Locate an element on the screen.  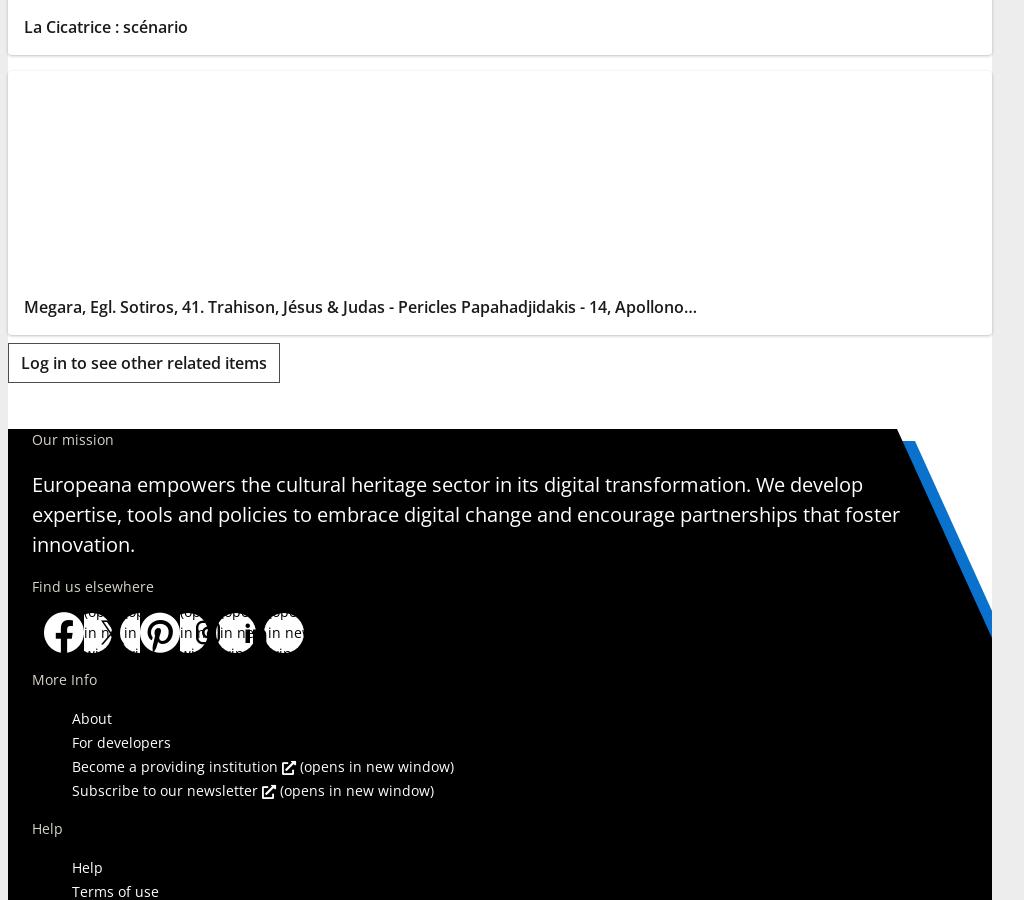
'Become a providing institution' is located at coordinates (177, 764).